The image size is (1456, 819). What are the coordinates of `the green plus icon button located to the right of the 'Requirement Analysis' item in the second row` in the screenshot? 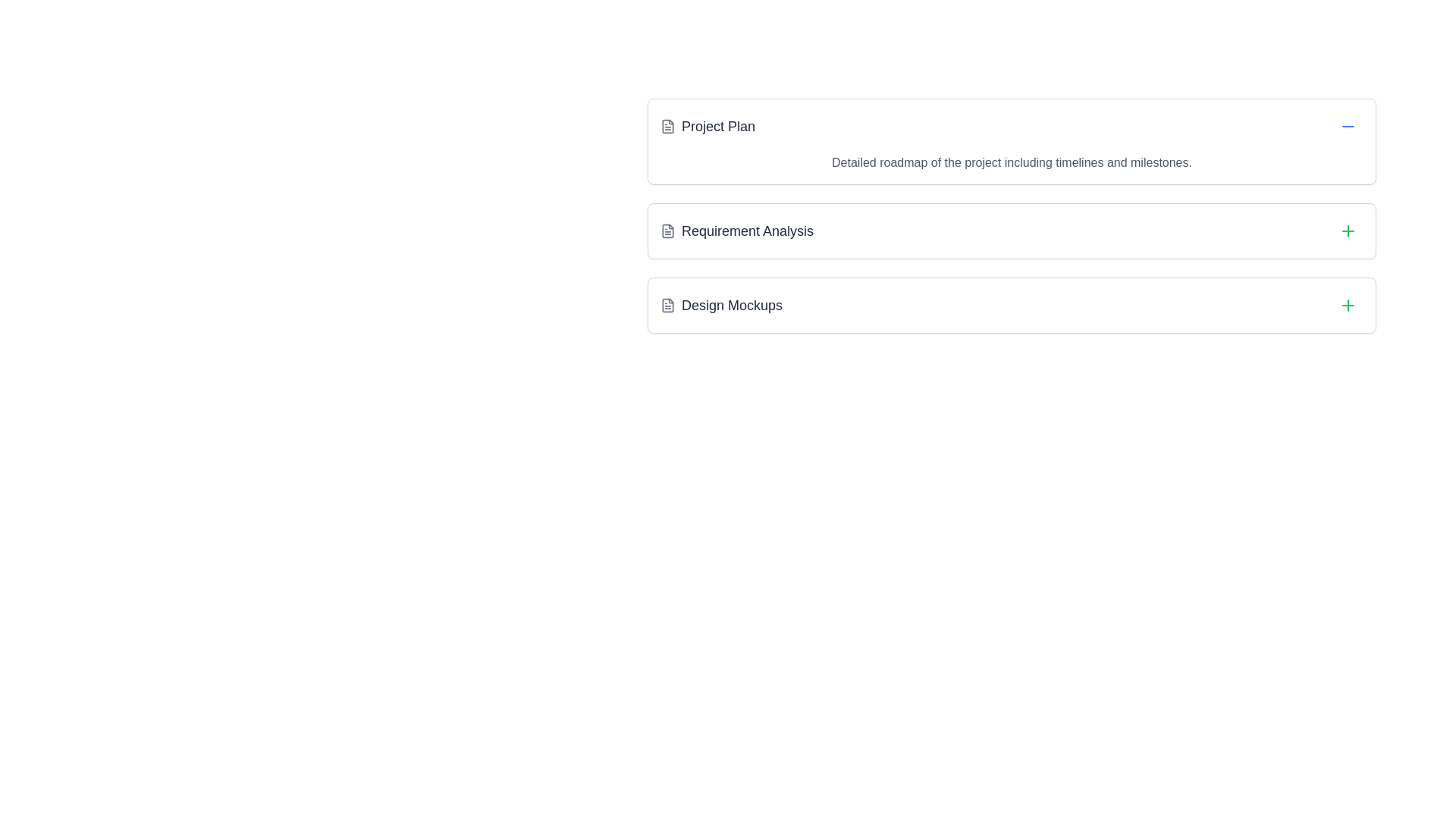 It's located at (1348, 305).